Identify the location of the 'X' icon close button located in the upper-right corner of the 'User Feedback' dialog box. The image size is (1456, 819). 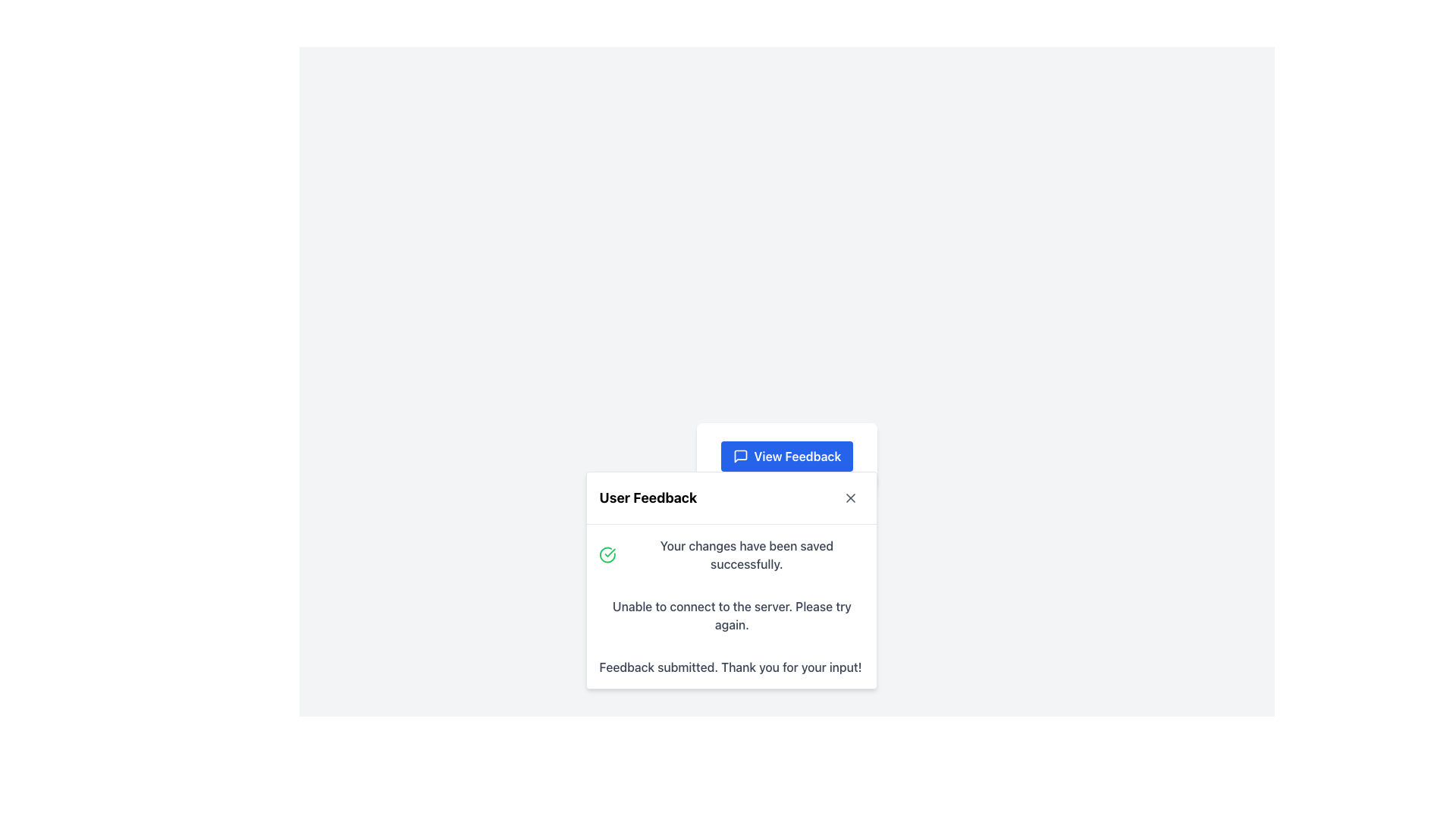
(851, 497).